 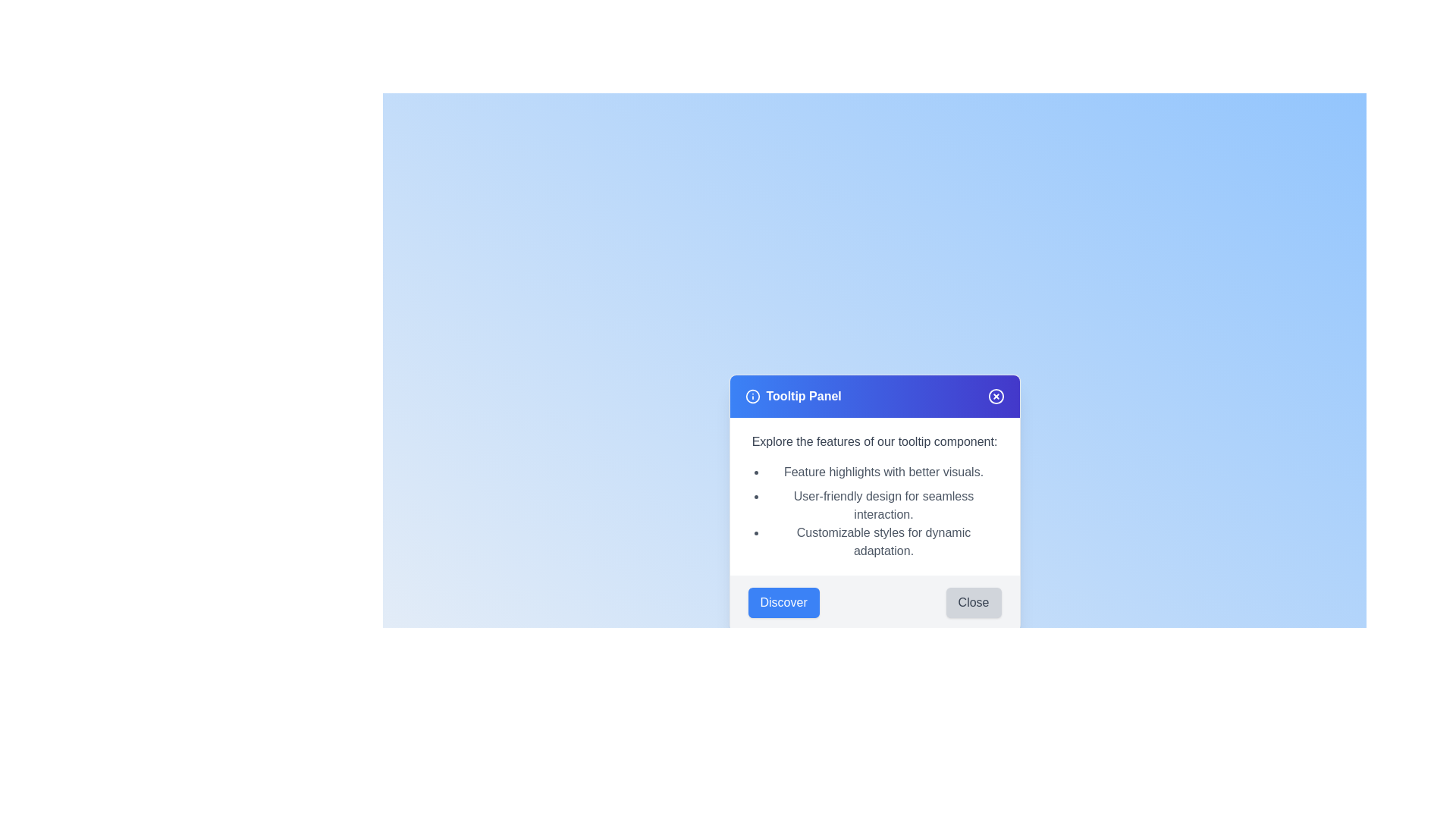 What do you see at coordinates (803, 396) in the screenshot?
I see `the 'Tooltip Panel' text label, which is styled in bold font and positioned in a blue header, centrally aligned horizontally with a circular icon on its left` at bounding box center [803, 396].